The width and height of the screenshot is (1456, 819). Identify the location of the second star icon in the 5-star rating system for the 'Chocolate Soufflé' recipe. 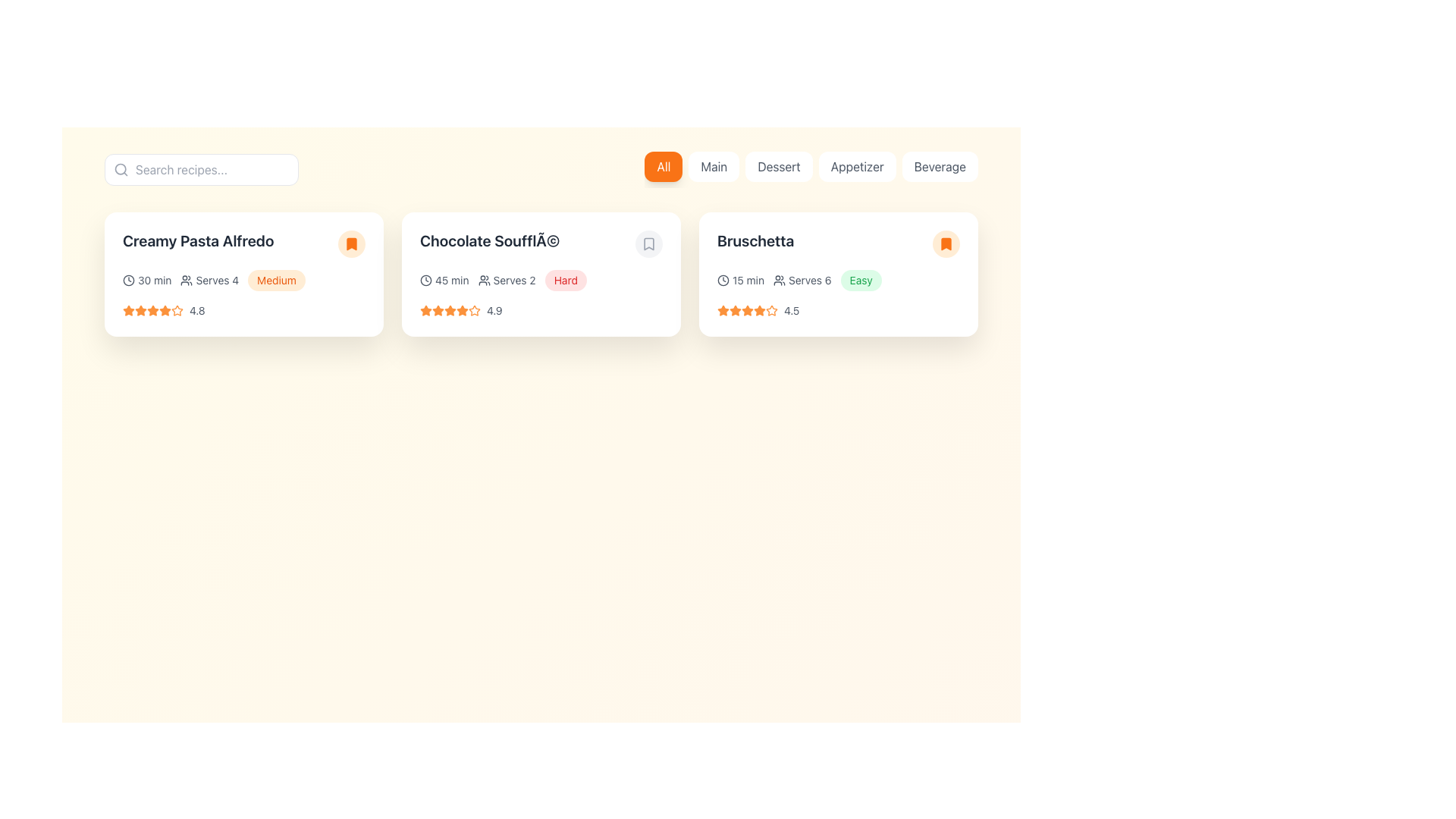
(461, 309).